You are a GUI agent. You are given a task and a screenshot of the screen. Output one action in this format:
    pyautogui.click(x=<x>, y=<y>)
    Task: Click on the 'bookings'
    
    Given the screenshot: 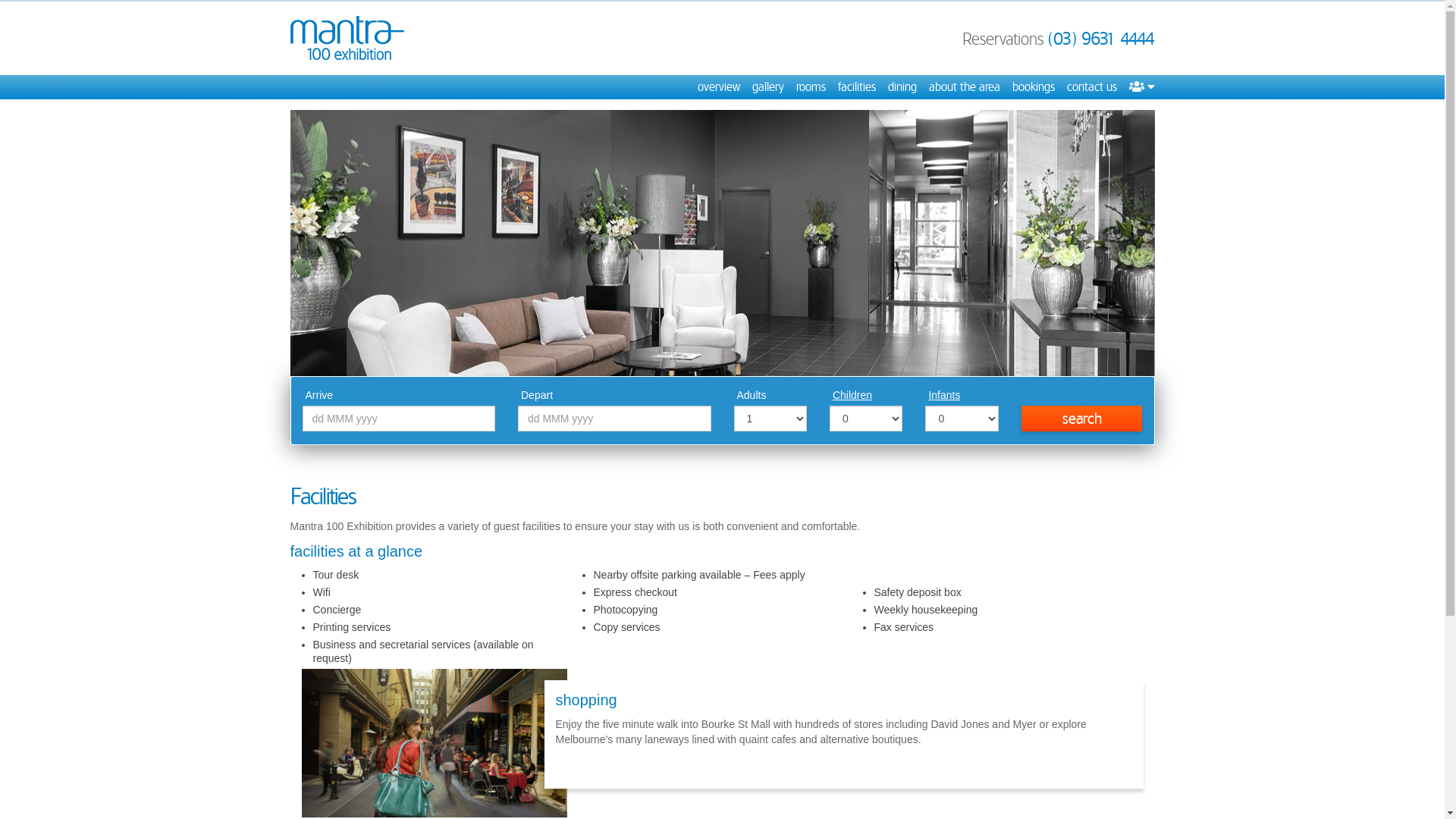 What is the action you would take?
    pyautogui.click(x=1032, y=87)
    